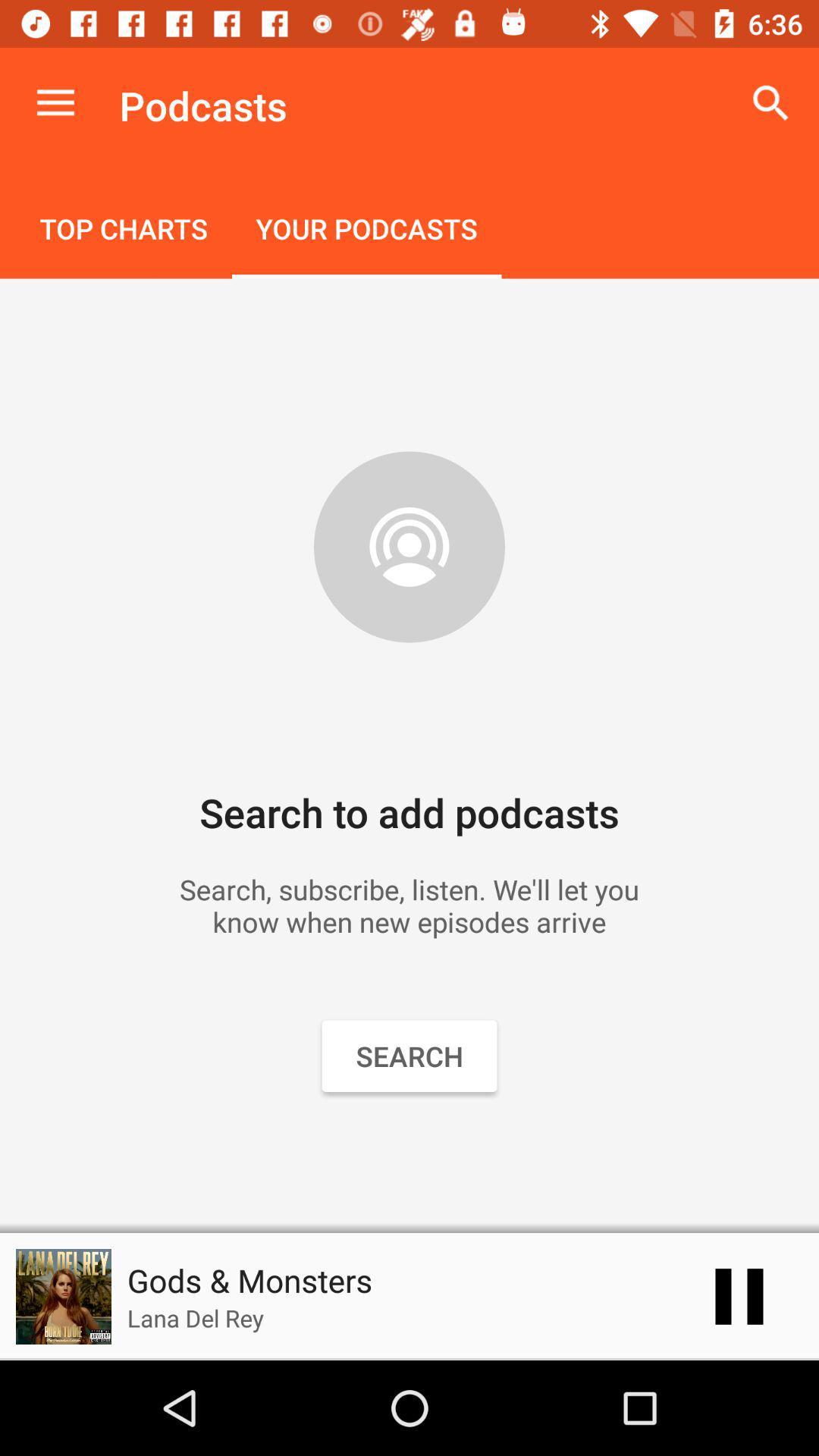 The image size is (819, 1456). I want to click on the item above top charts item, so click(55, 102).